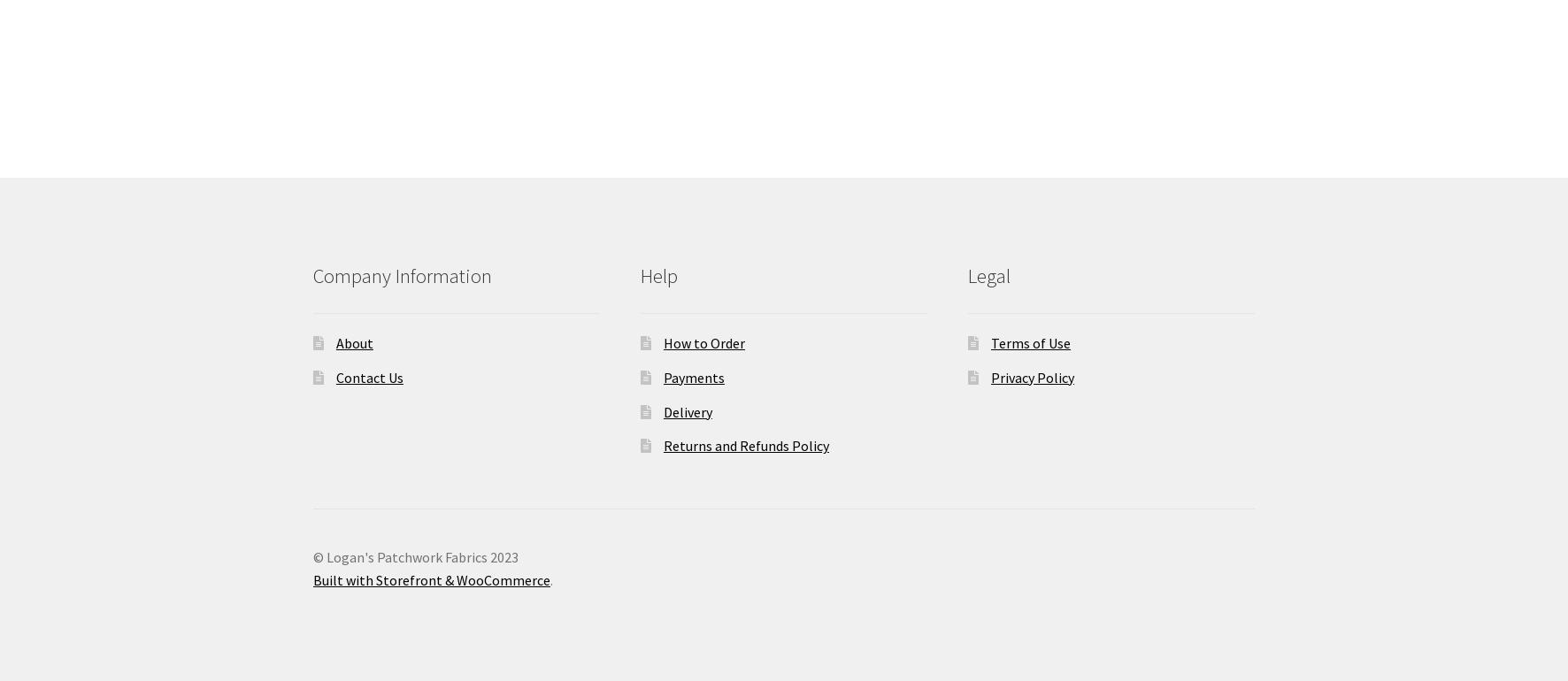  I want to click on 'Returns and Refunds Policy', so click(745, 445).